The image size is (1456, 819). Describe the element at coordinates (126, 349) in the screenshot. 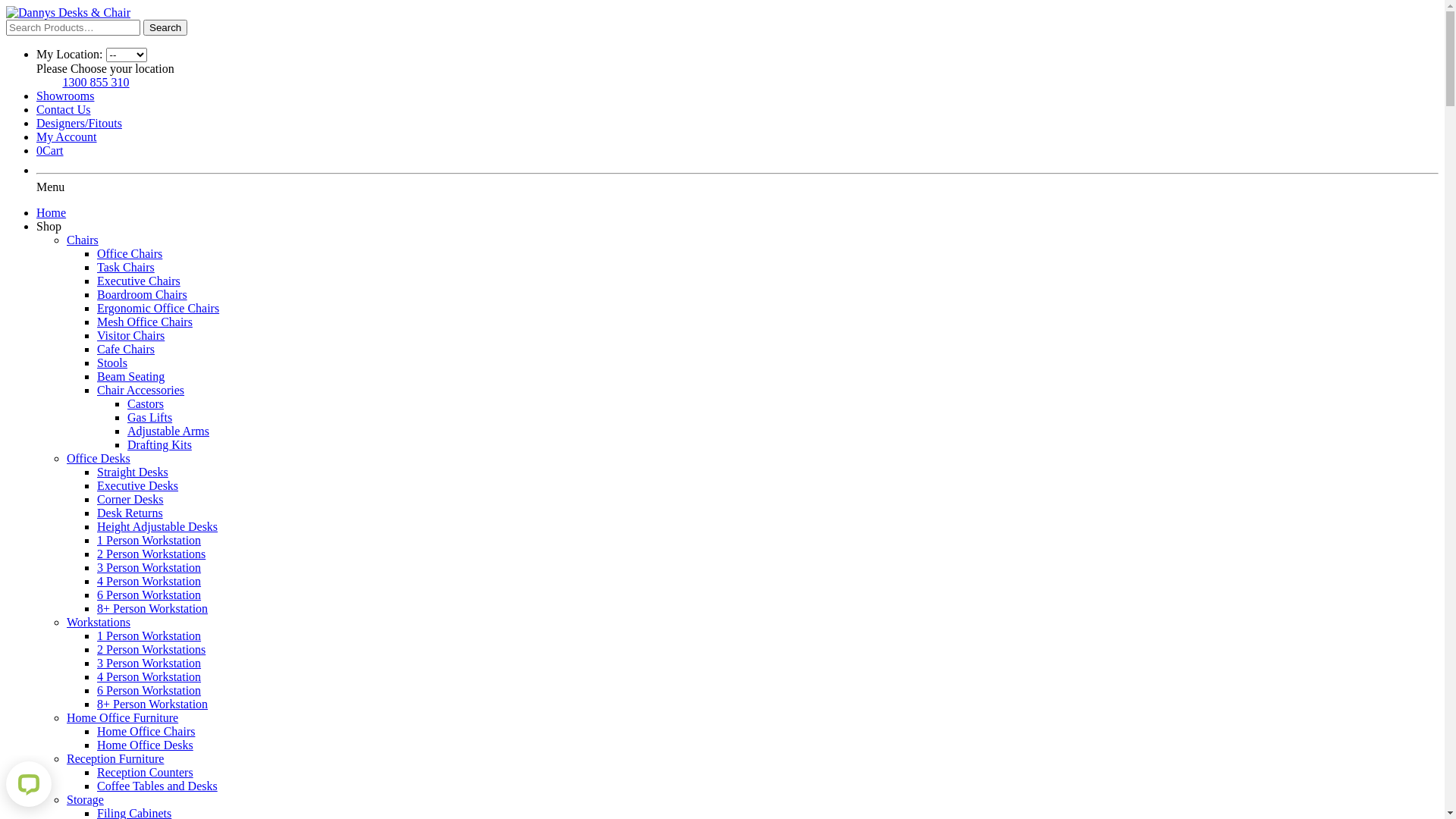

I see `'Cafe Chairs'` at that location.